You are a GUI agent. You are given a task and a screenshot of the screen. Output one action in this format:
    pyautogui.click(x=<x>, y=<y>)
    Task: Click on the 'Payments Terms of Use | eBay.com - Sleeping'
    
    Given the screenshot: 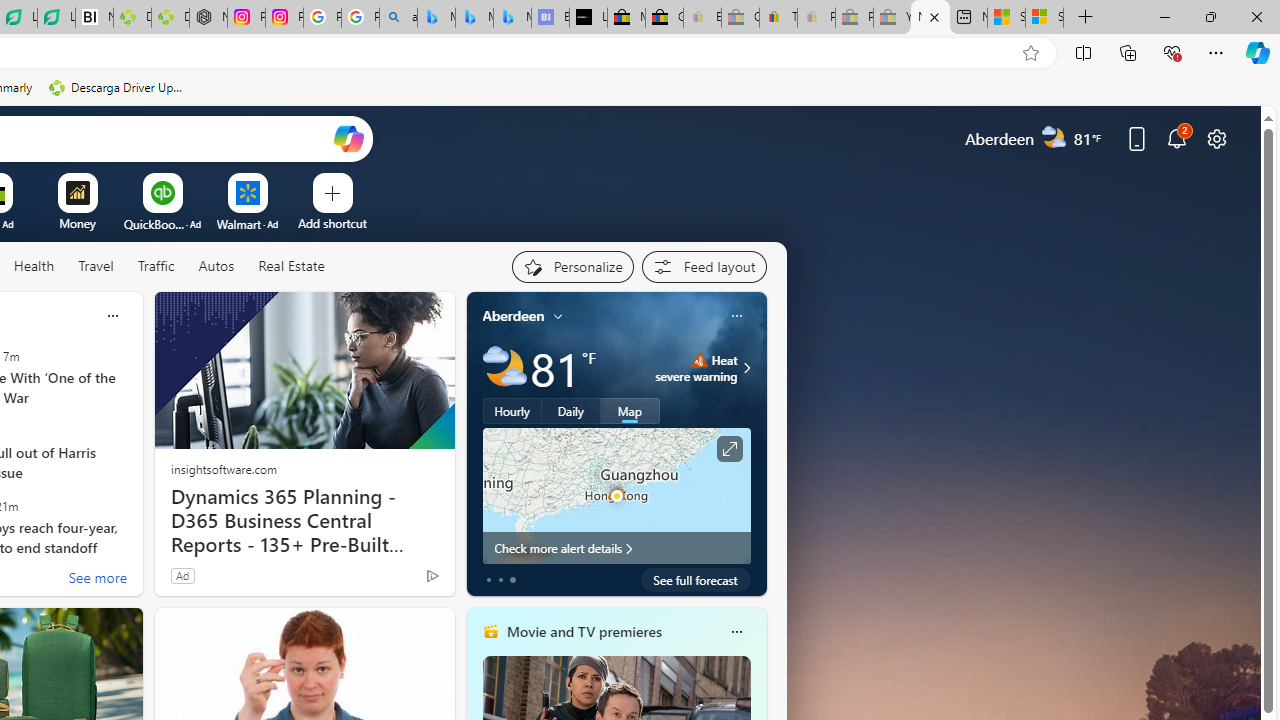 What is the action you would take?
    pyautogui.click(x=816, y=17)
    